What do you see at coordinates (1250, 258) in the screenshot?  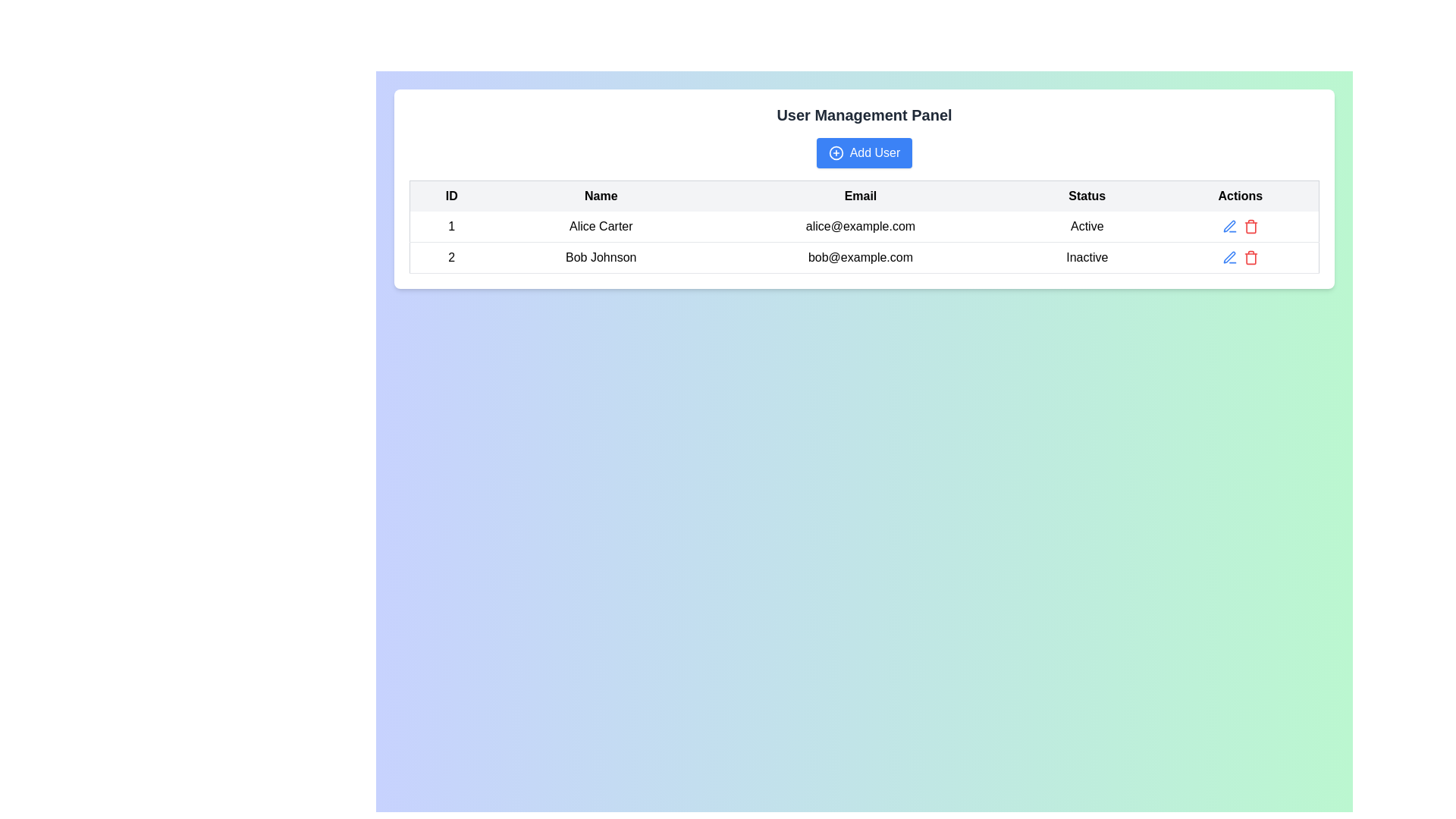 I see `the trash bin icon located in the Actions column of the second row in the user management table, if the interactive wrapper exists` at bounding box center [1250, 258].